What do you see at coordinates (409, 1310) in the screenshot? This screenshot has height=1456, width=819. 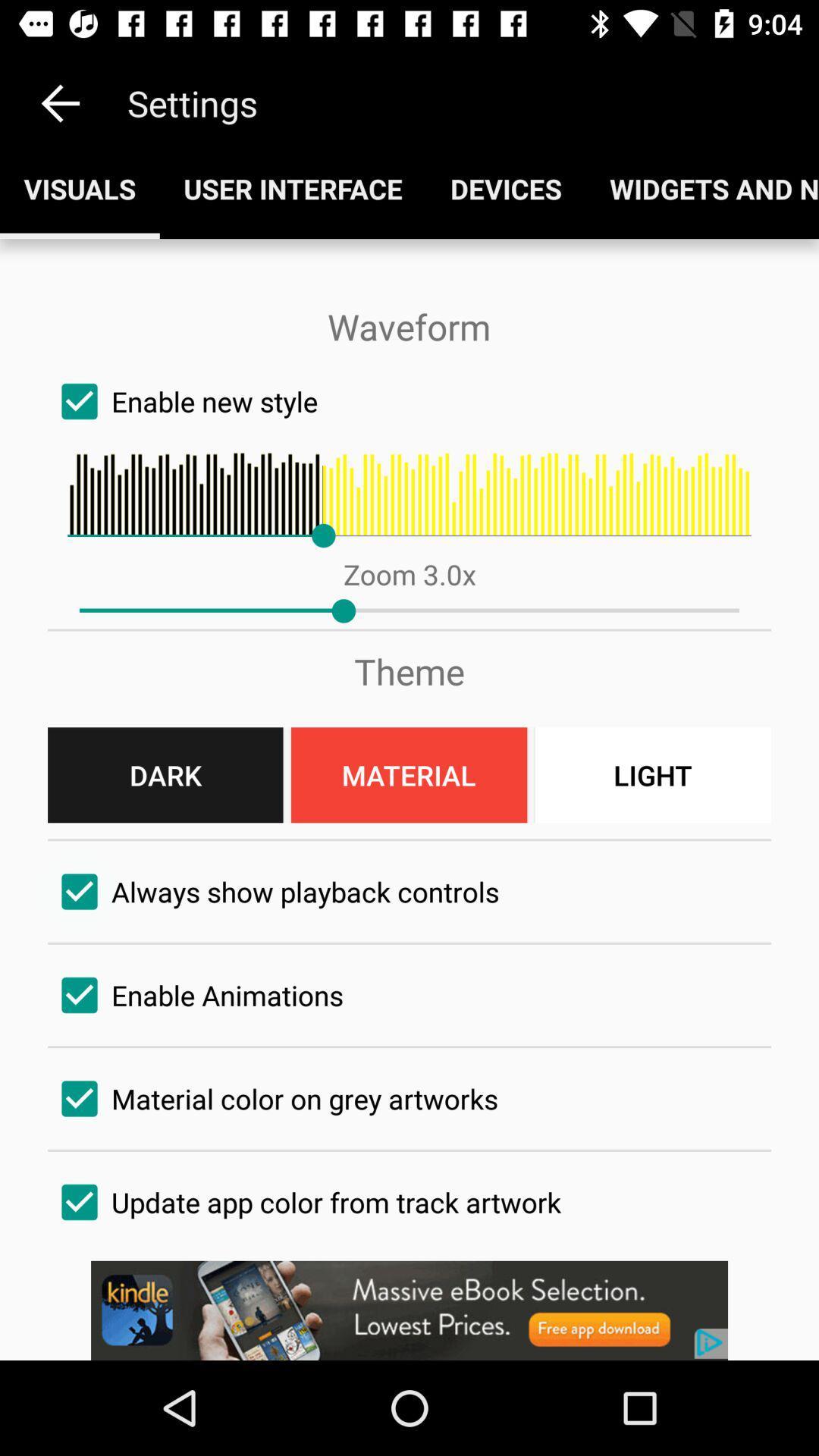 I see `advertisements banner` at bounding box center [409, 1310].